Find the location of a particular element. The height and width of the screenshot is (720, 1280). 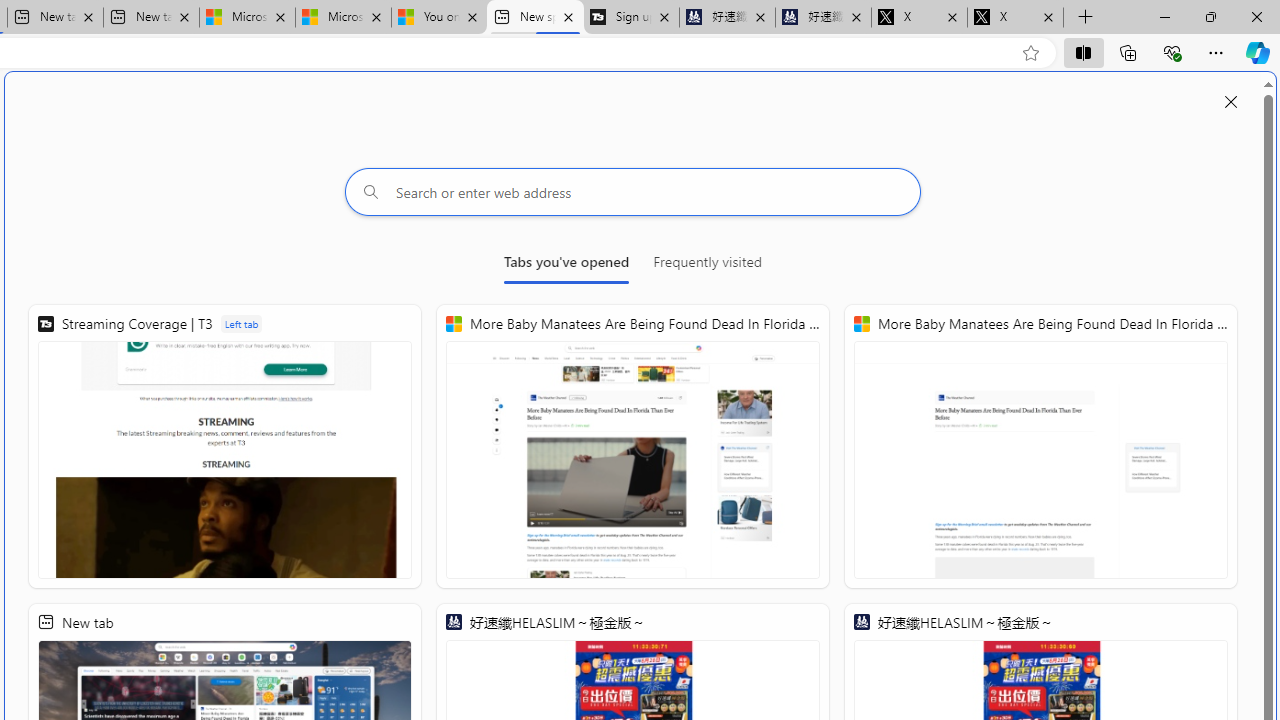

'New split screen' is located at coordinates (535, 17).